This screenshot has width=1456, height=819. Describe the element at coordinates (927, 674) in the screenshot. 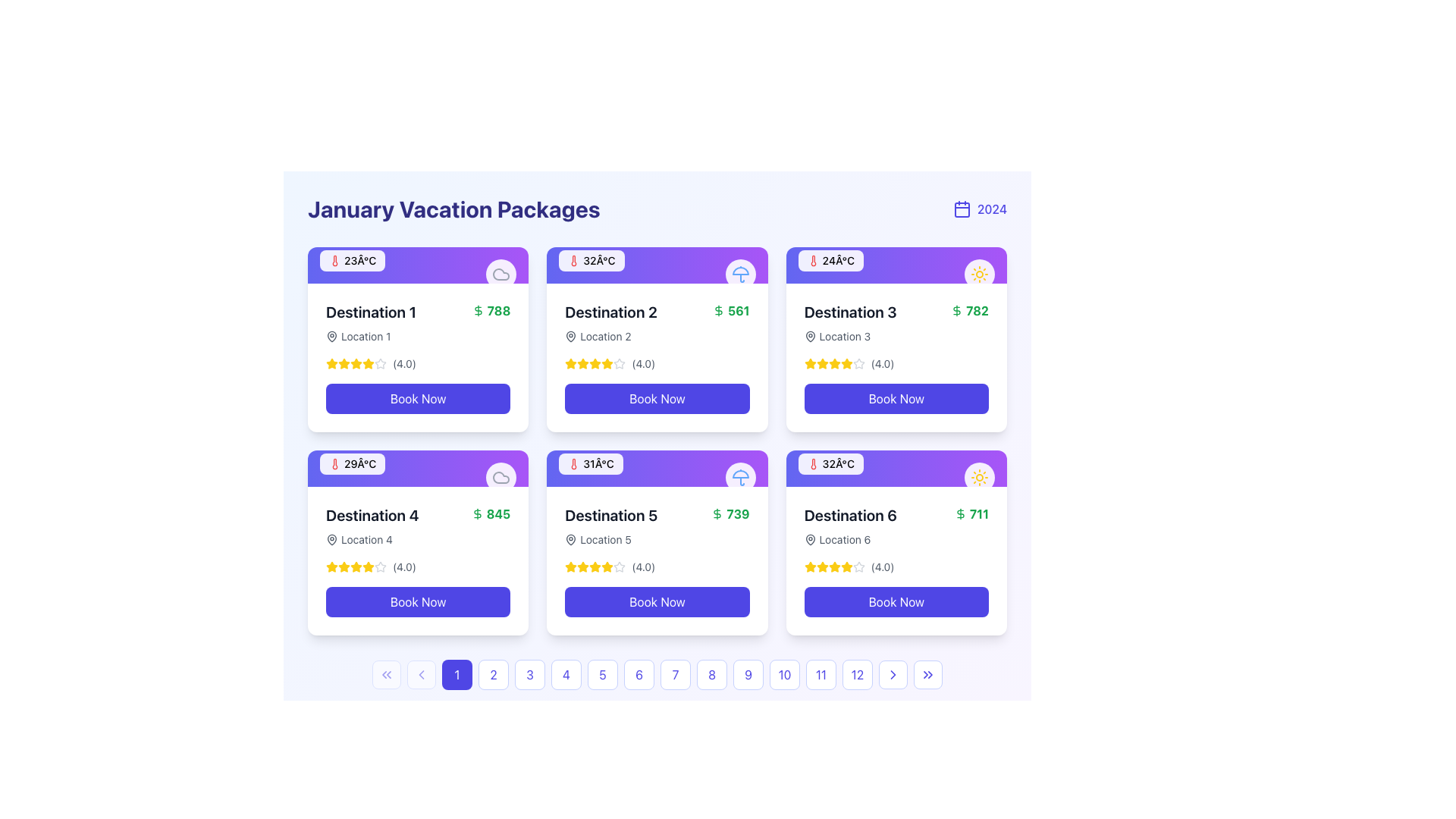

I see `the last icon on the far-right side of the pagination bar` at that location.